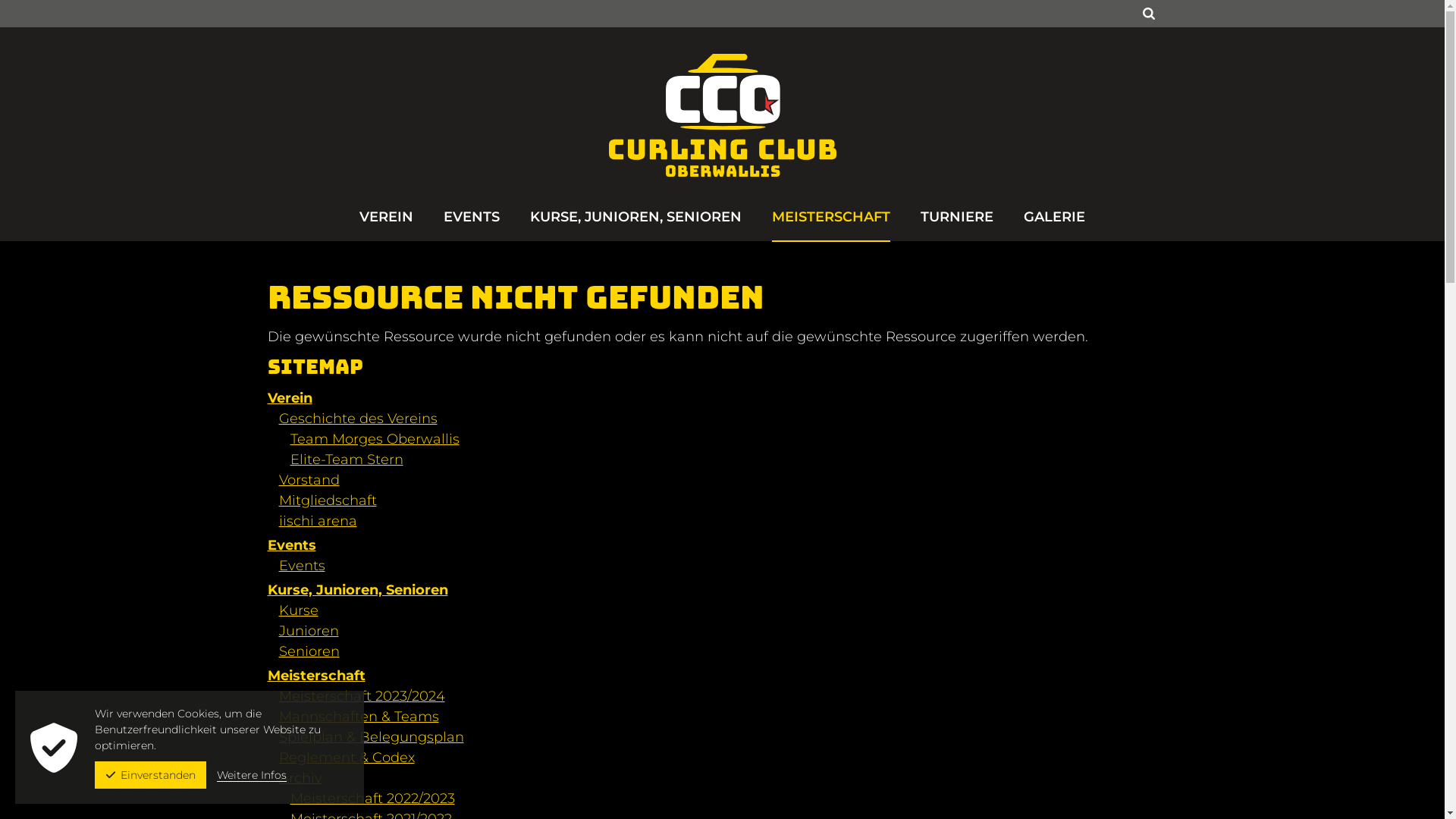 The width and height of the screenshot is (1456, 819). What do you see at coordinates (361, 696) in the screenshot?
I see `'Meisterschaft 2023/2024'` at bounding box center [361, 696].